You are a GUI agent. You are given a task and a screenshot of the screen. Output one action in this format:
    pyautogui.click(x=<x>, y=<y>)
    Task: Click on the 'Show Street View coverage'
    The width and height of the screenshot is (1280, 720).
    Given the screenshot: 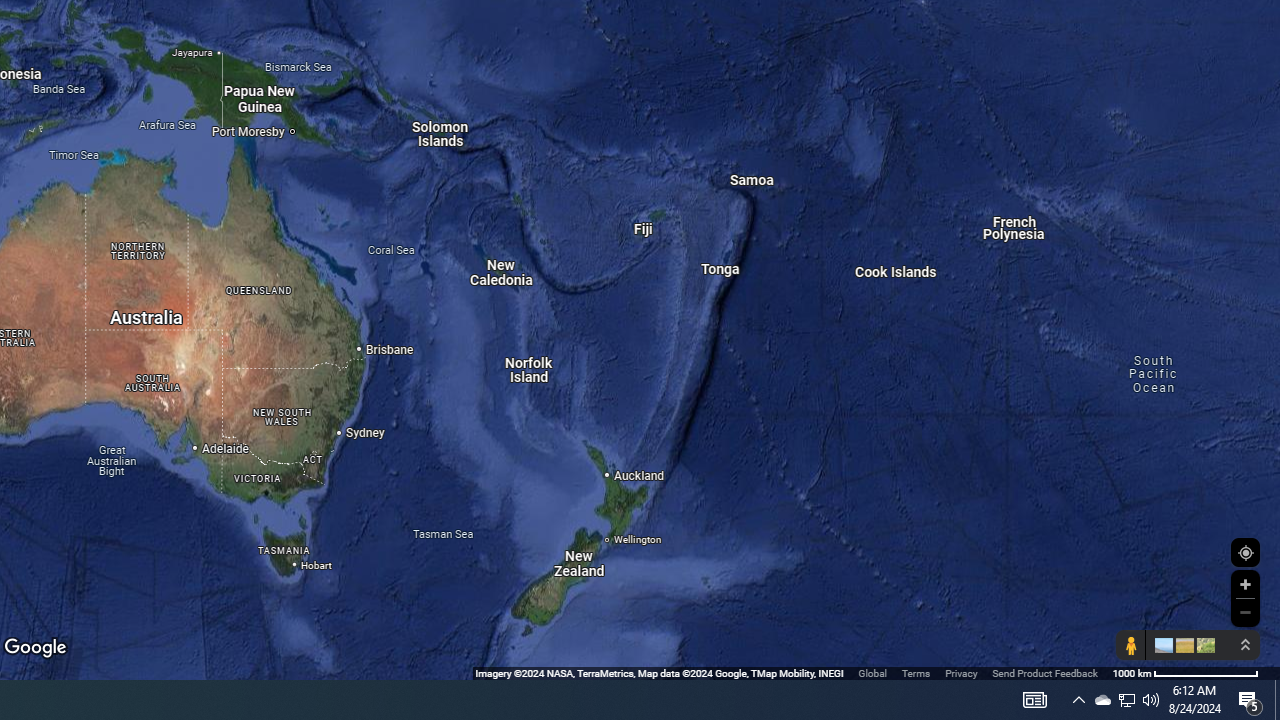 What is the action you would take?
    pyautogui.click(x=1130, y=645)
    